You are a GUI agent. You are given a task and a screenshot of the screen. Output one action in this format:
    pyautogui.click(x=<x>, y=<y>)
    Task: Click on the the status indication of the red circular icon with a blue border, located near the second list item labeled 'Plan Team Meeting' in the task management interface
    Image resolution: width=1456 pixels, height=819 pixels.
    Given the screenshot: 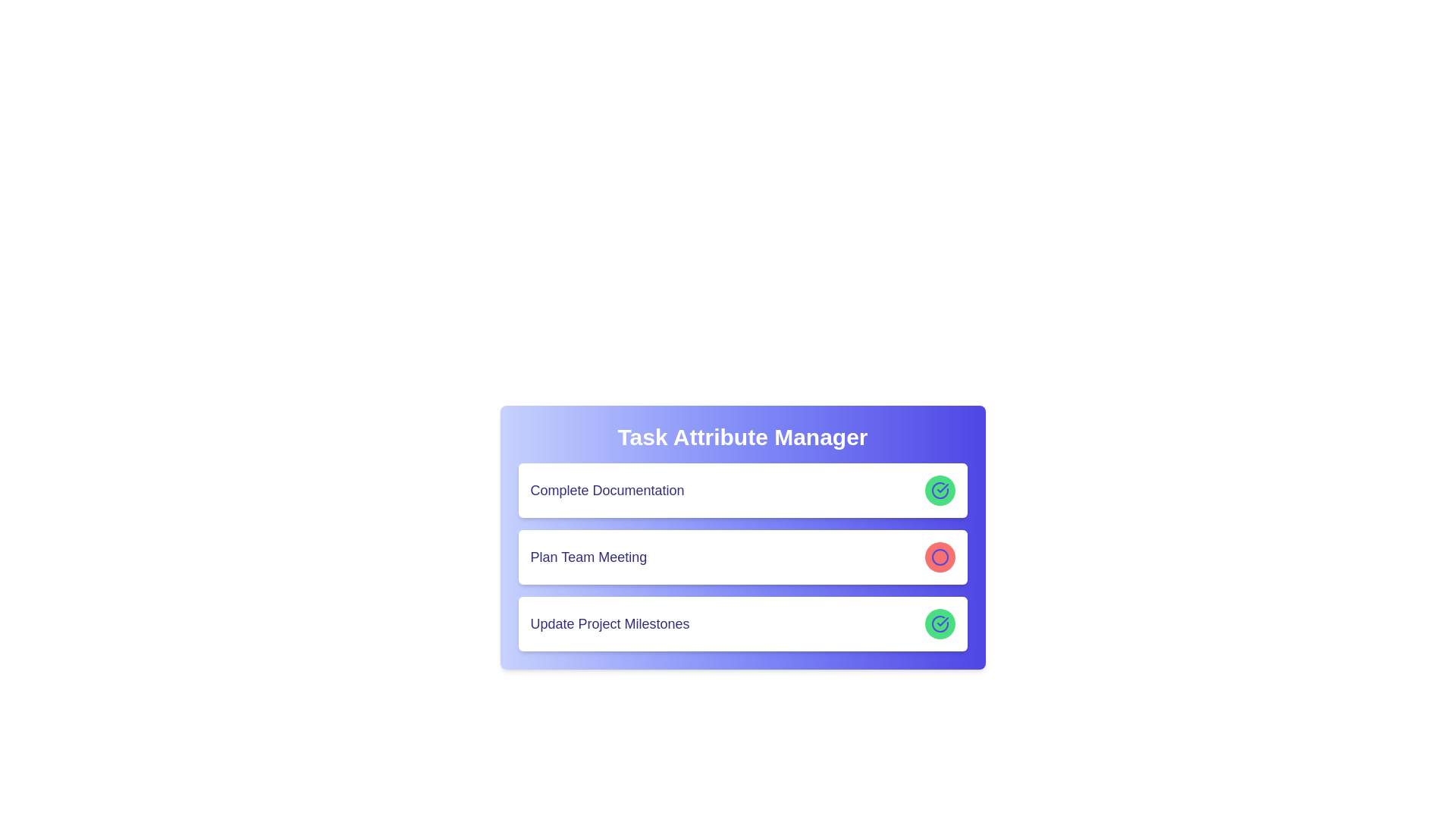 What is the action you would take?
    pyautogui.click(x=939, y=557)
    